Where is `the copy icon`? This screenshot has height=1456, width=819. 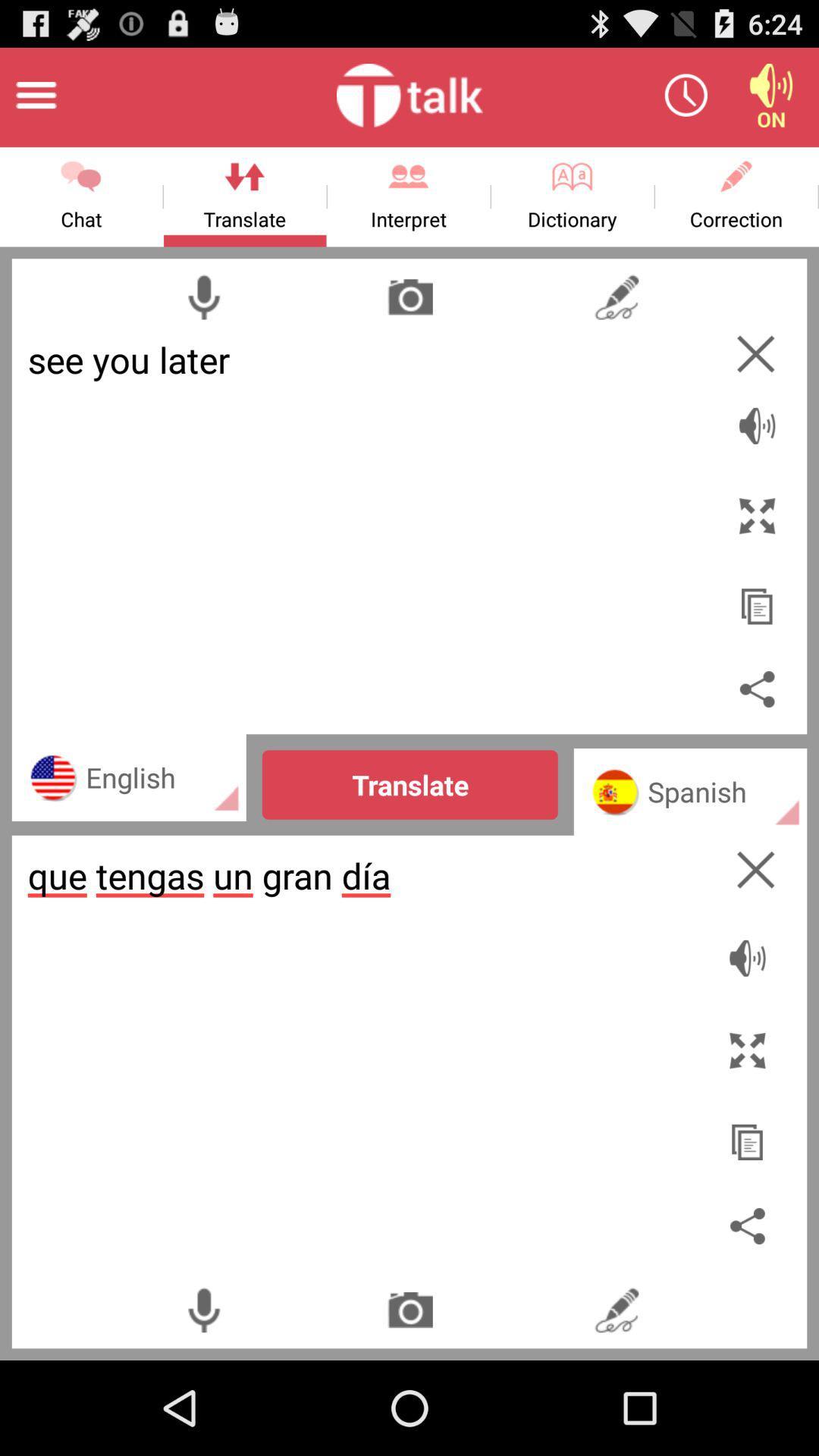
the copy icon is located at coordinates (757, 640).